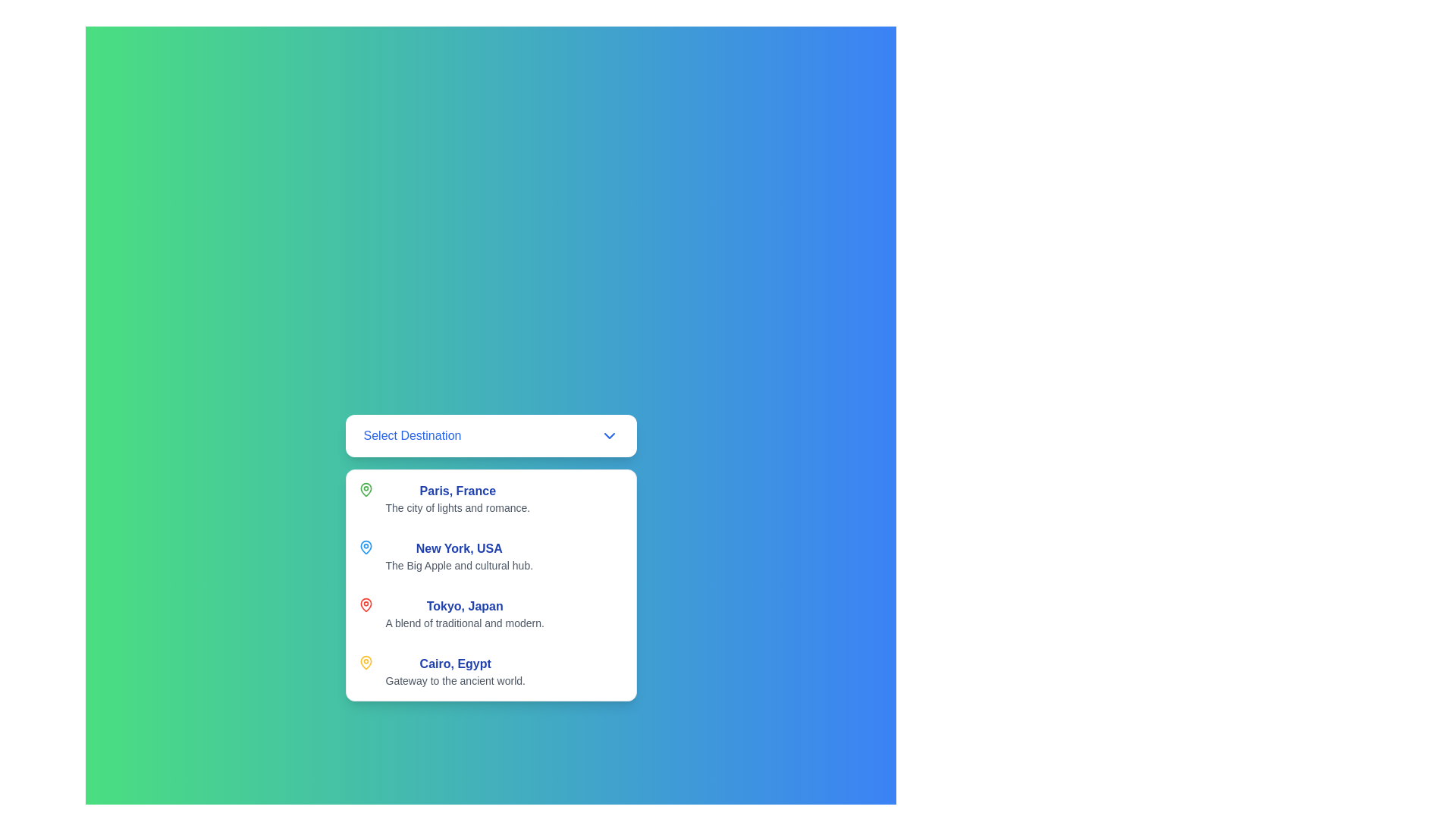 Image resolution: width=1456 pixels, height=819 pixels. I want to click on the third item in the dropdown menu, so click(491, 584).